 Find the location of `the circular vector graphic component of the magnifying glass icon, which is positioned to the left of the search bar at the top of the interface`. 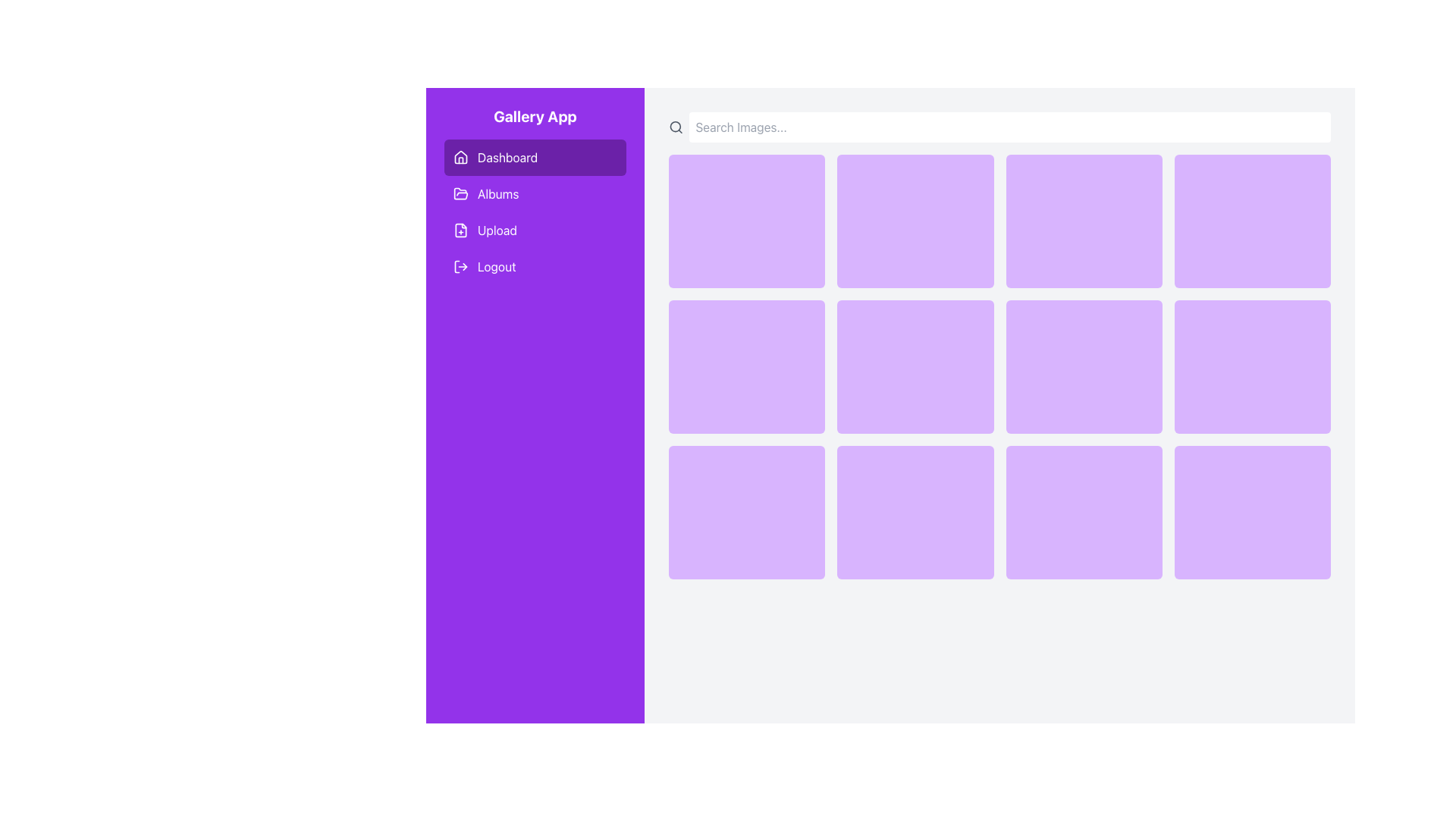

the circular vector graphic component of the magnifying glass icon, which is positioned to the left of the search bar at the top of the interface is located at coordinates (674, 126).